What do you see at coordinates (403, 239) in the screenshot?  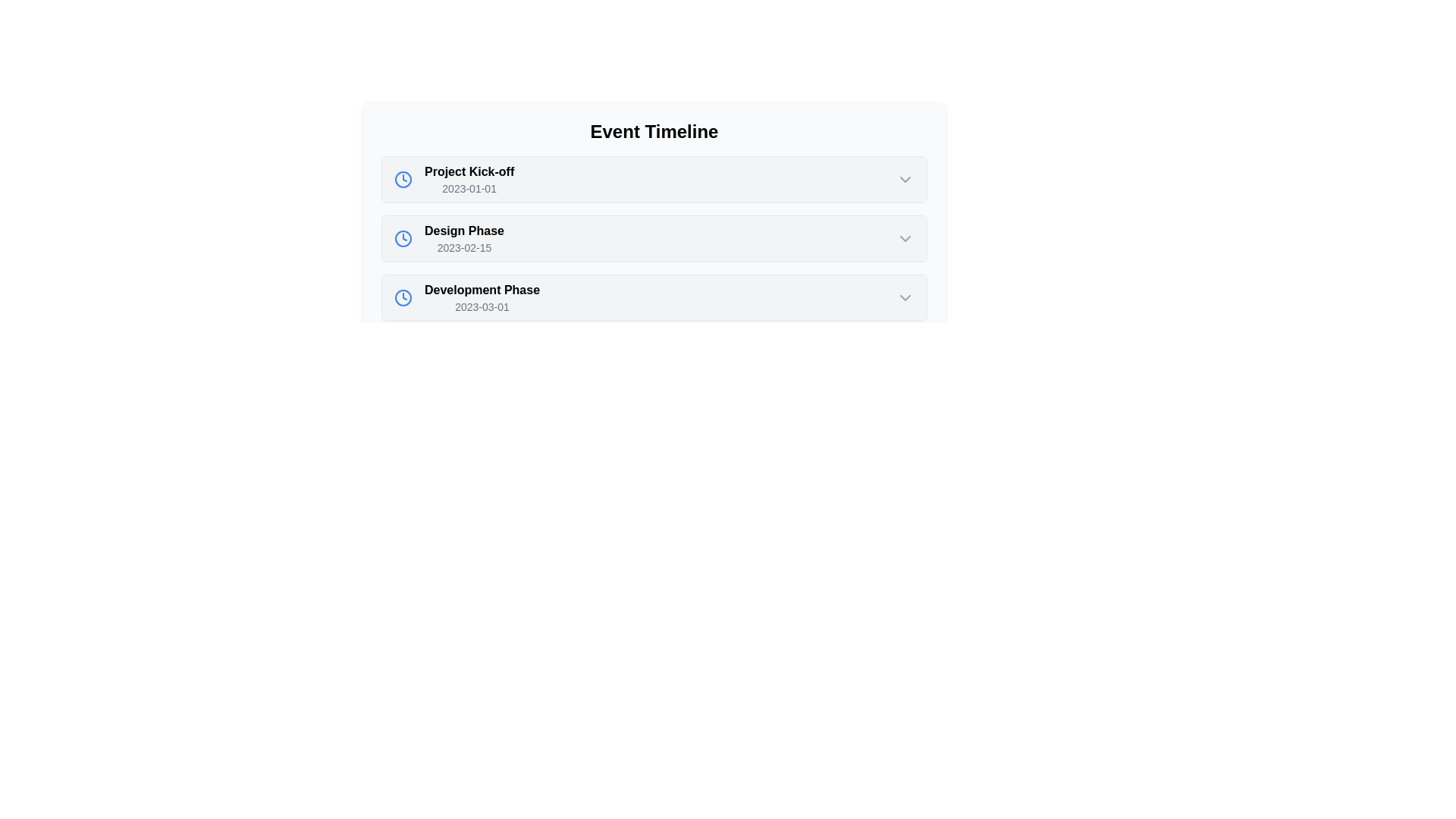 I see `the clock icon located in the second row of the timeline list under the 'Event Timeline' heading, which is to the left of the 'Design Phase' text` at bounding box center [403, 239].